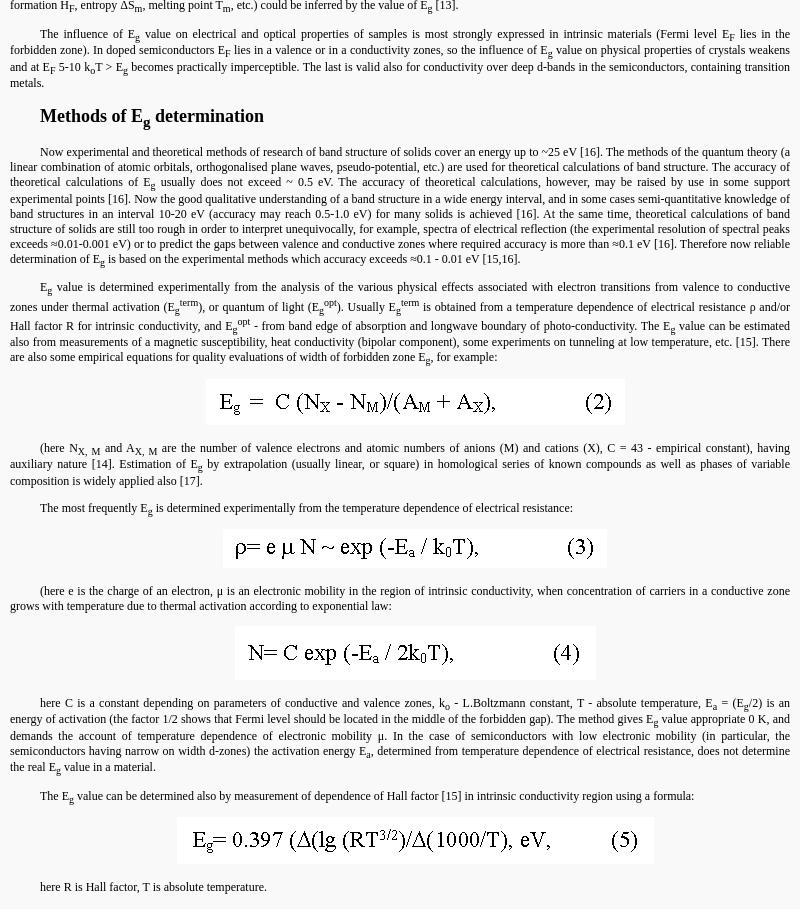 The width and height of the screenshot is (800, 909). Describe the element at coordinates (197, 304) in the screenshot. I see `'), or quantum of light (E'` at that location.